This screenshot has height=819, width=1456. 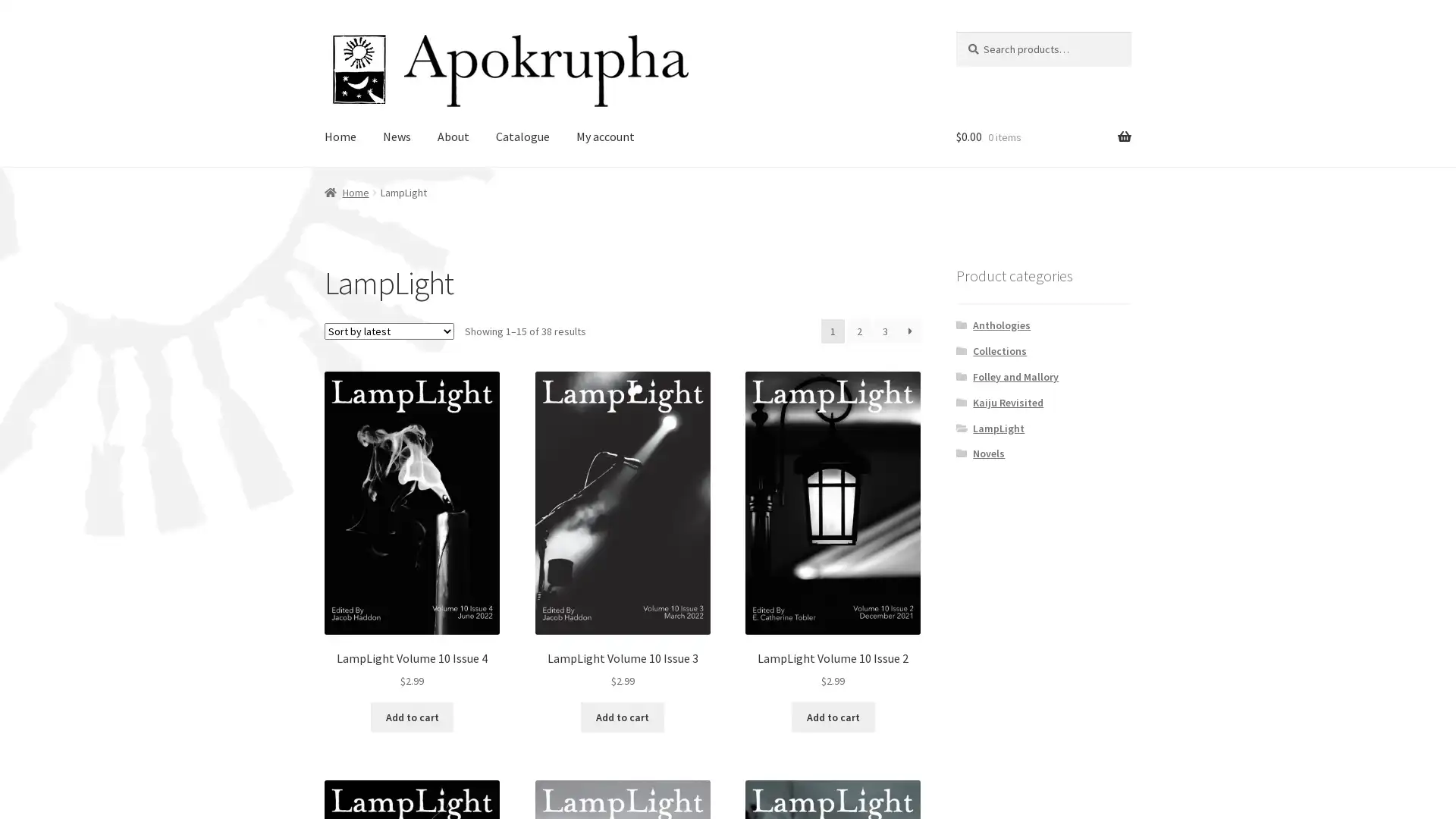 What do you see at coordinates (954, 30) in the screenshot?
I see `Search` at bounding box center [954, 30].